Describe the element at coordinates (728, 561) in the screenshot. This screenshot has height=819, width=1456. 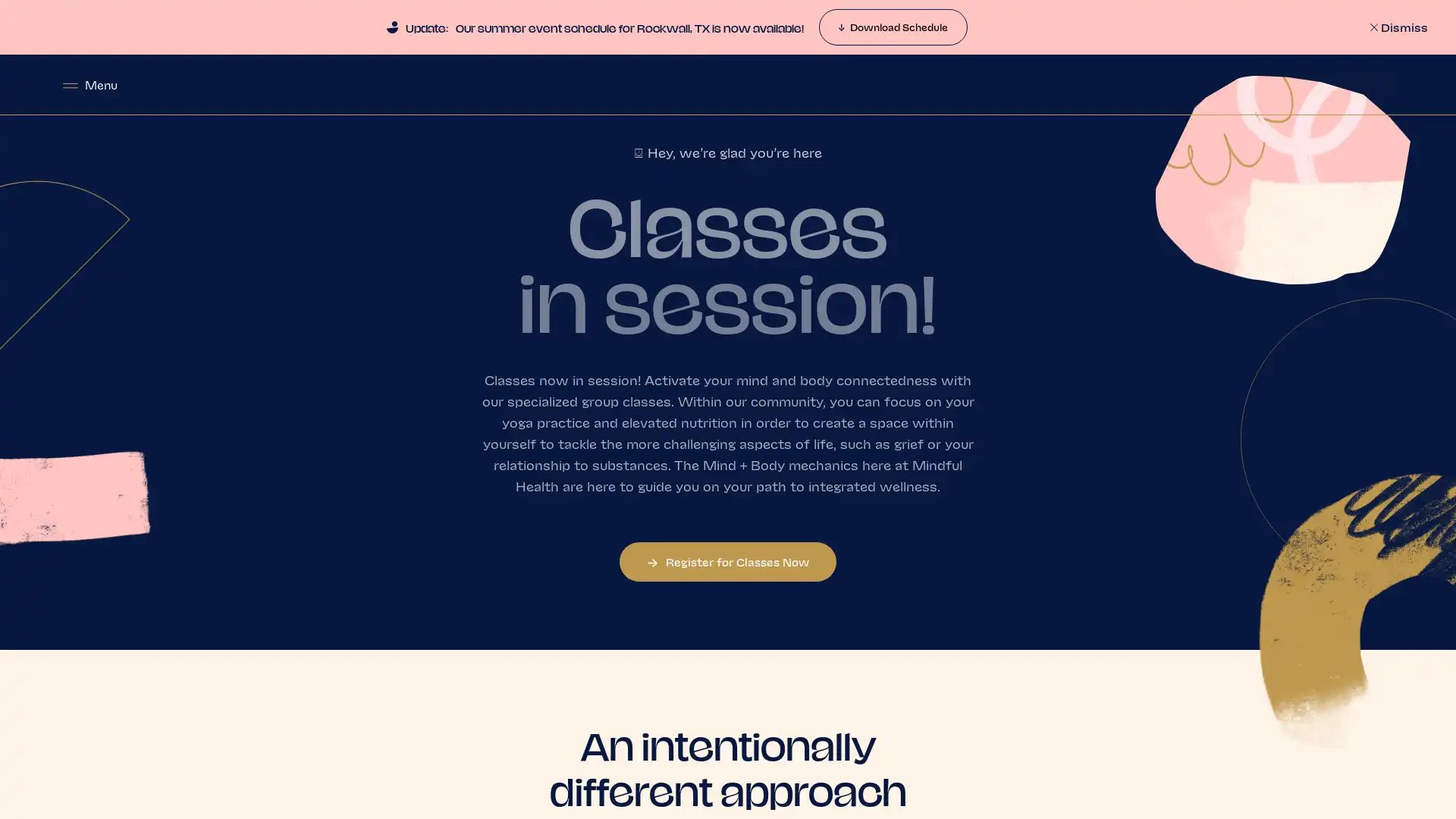
I see `me Register for Classes Now` at that location.